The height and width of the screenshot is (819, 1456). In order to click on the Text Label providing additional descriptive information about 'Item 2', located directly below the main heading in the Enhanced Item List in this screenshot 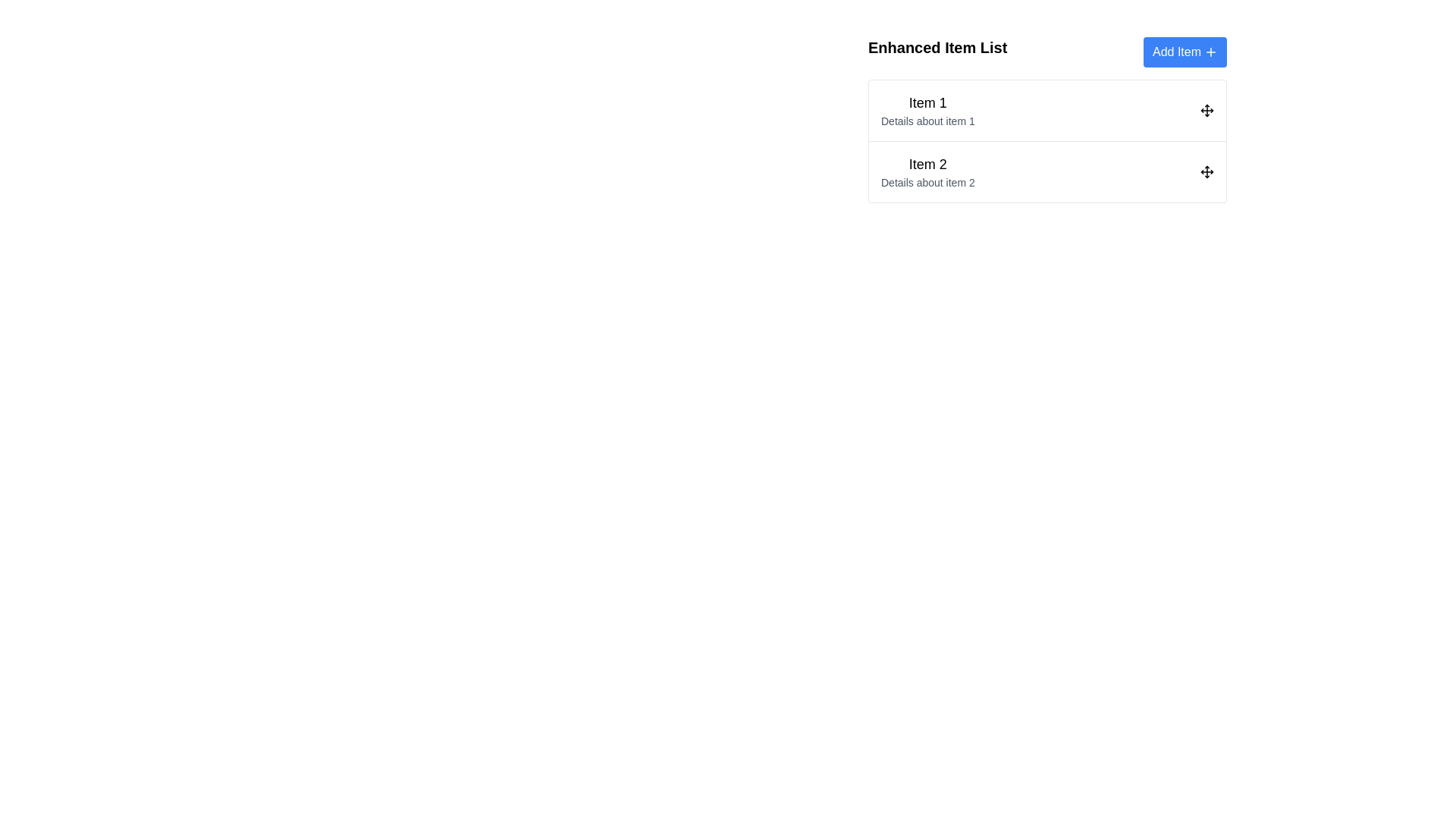, I will do `click(927, 181)`.